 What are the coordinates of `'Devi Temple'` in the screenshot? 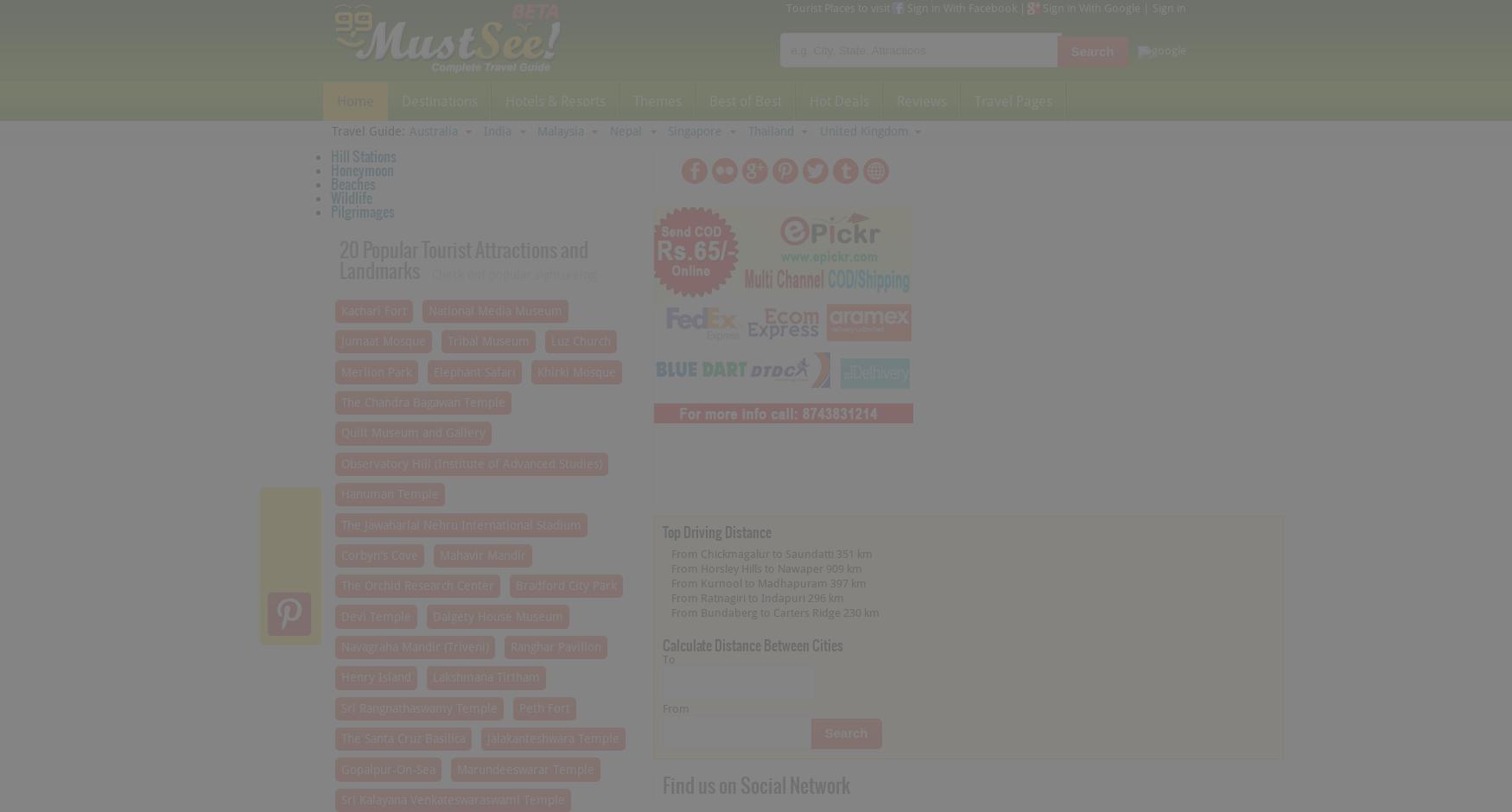 It's located at (339, 615).